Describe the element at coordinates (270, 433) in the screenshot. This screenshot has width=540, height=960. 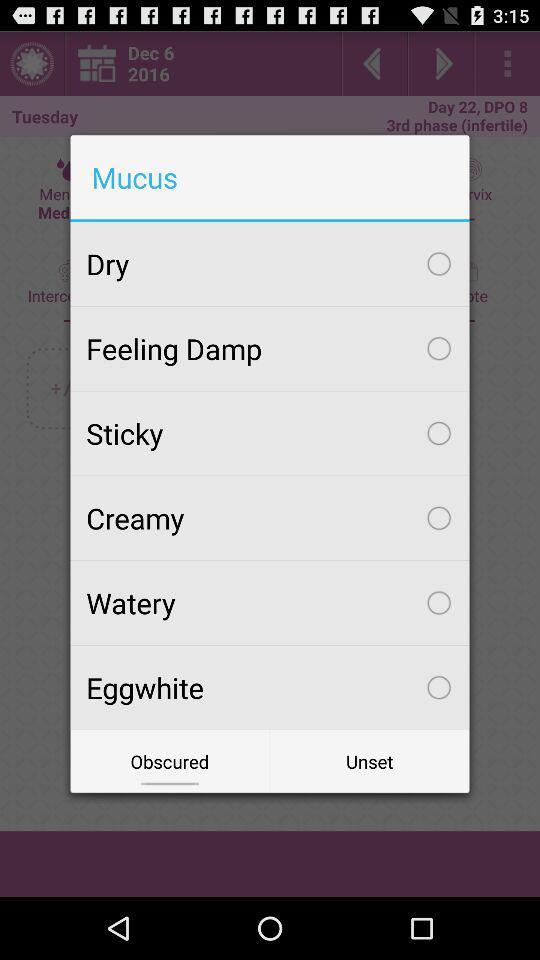
I see `sticky item` at that location.